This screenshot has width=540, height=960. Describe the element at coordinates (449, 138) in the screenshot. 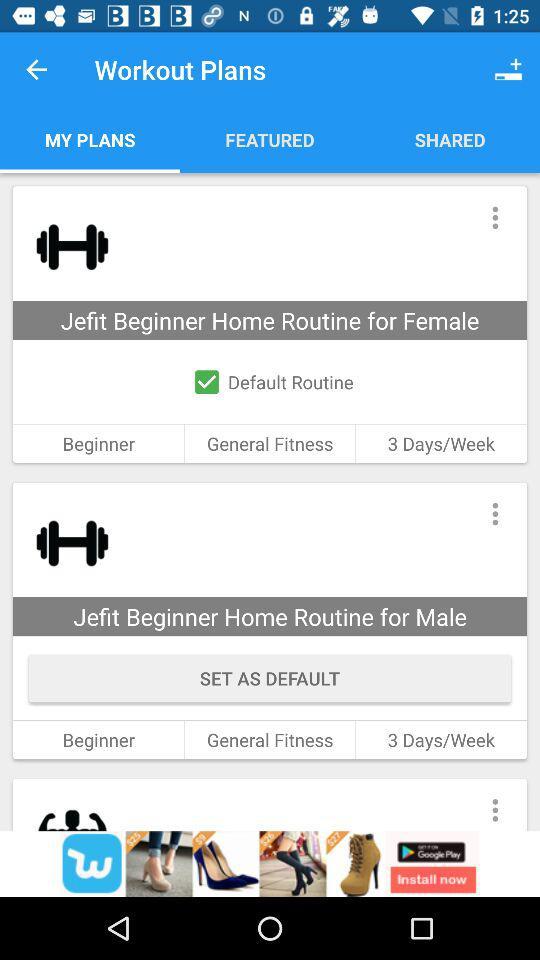

I see `the tab shared on the web page` at that location.